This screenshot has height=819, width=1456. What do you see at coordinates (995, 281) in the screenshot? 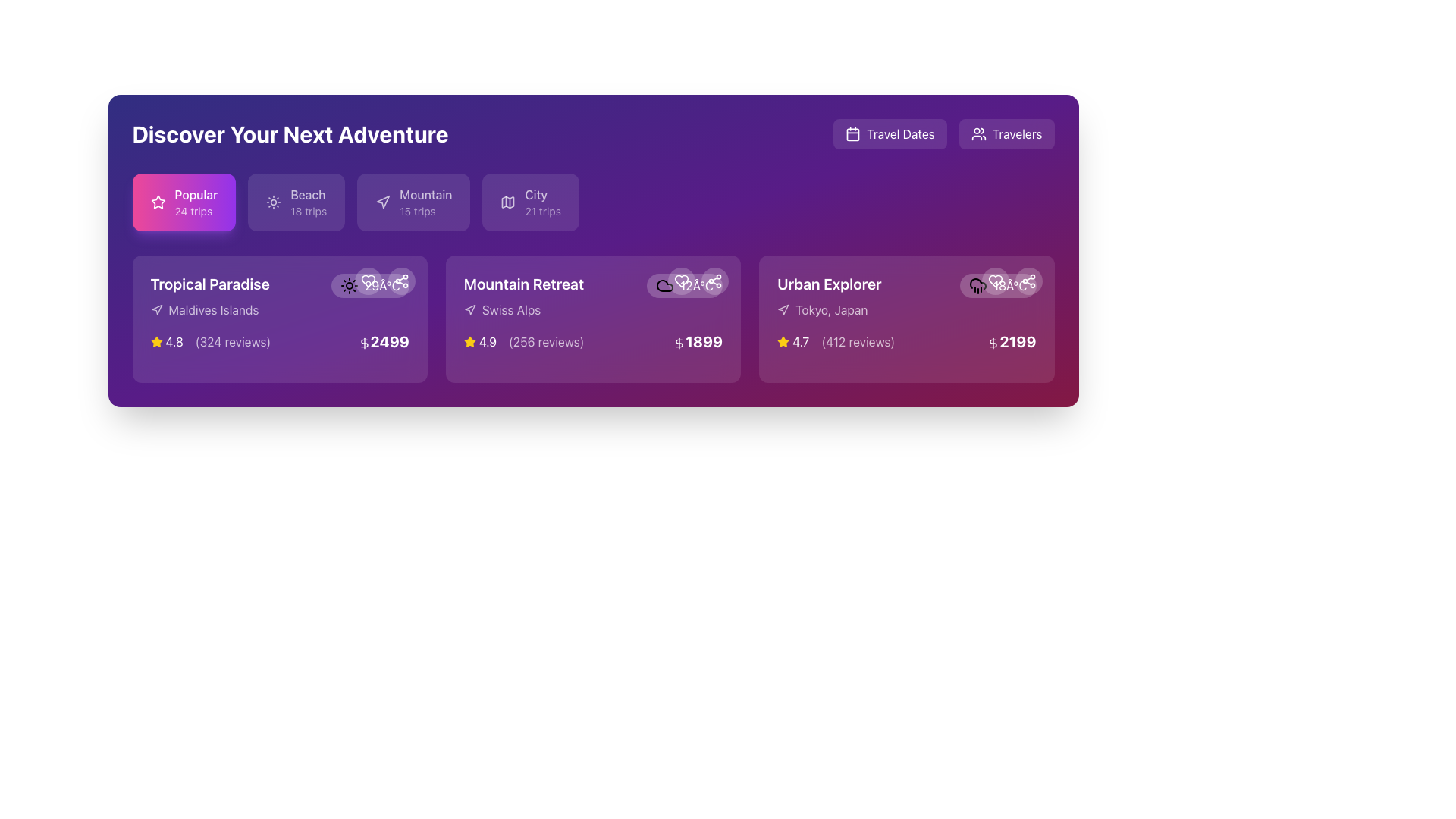
I see `the second circular button from the left in the row of buttons near the top-right corner of the 'Urban Explorer' card to mark it as favorite` at bounding box center [995, 281].